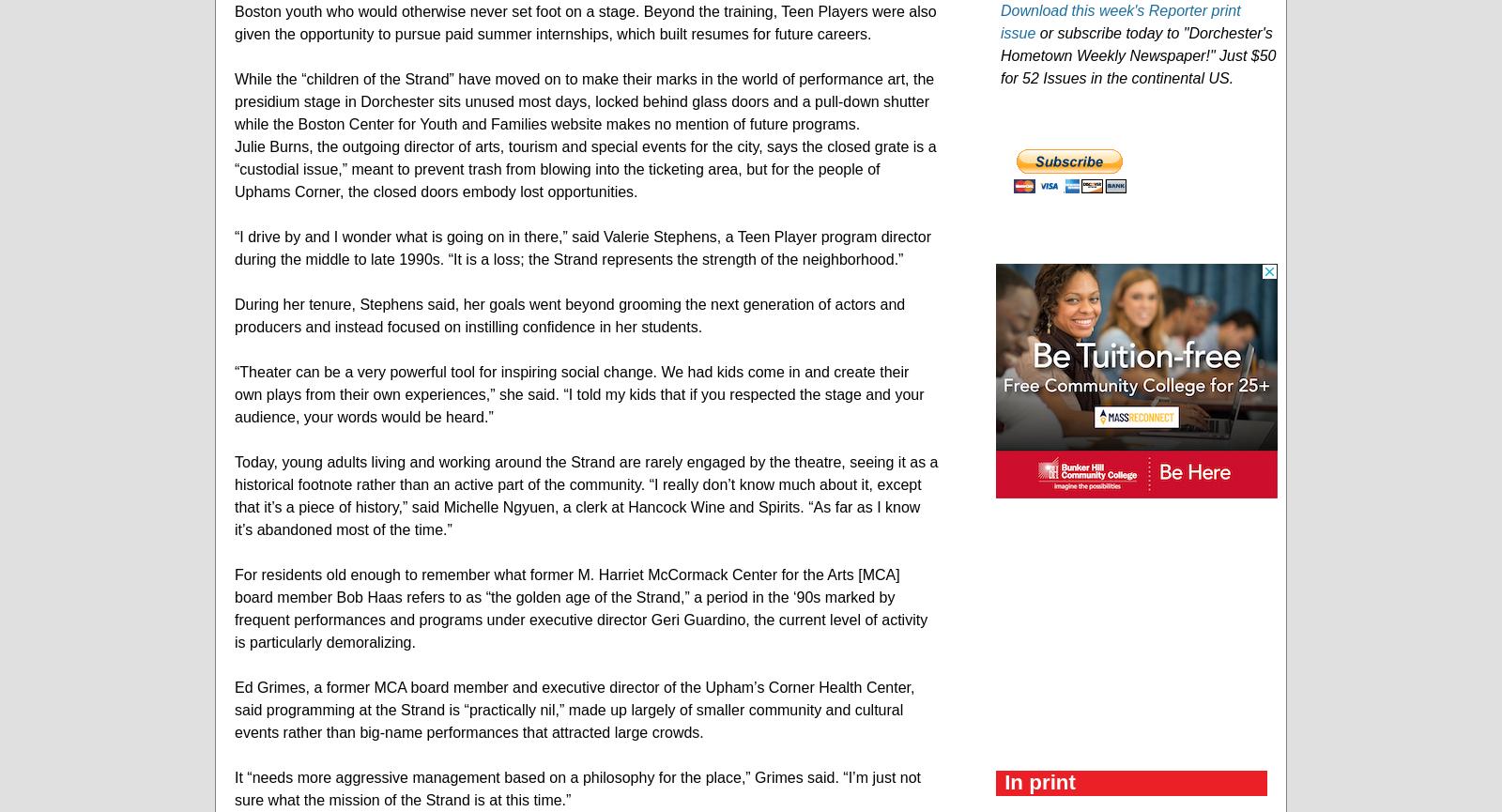 This screenshot has width=1502, height=812. I want to click on 'Julie Burns, the outgoing director of arts, tourism and special events for the city, says the closed grate is a “custodial issue,” meant to prevent trash from blowing into the ticketing area, but for the people of Uphams Corner, the closed doors embody lost opportunities.', so click(585, 167).